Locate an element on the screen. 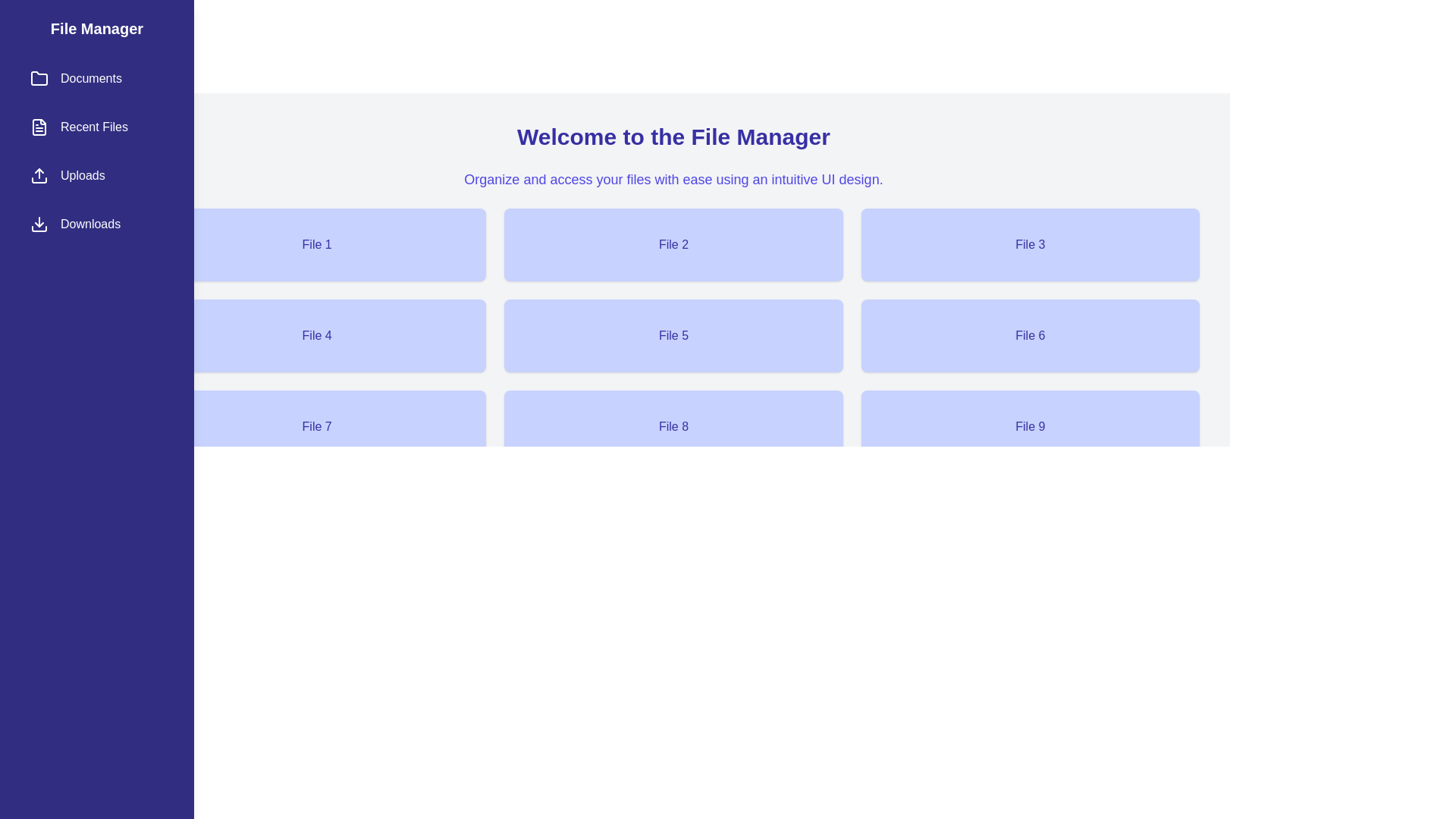  the sidebar menu item Recent Files to highlight it is located at coordinates (96, 127).